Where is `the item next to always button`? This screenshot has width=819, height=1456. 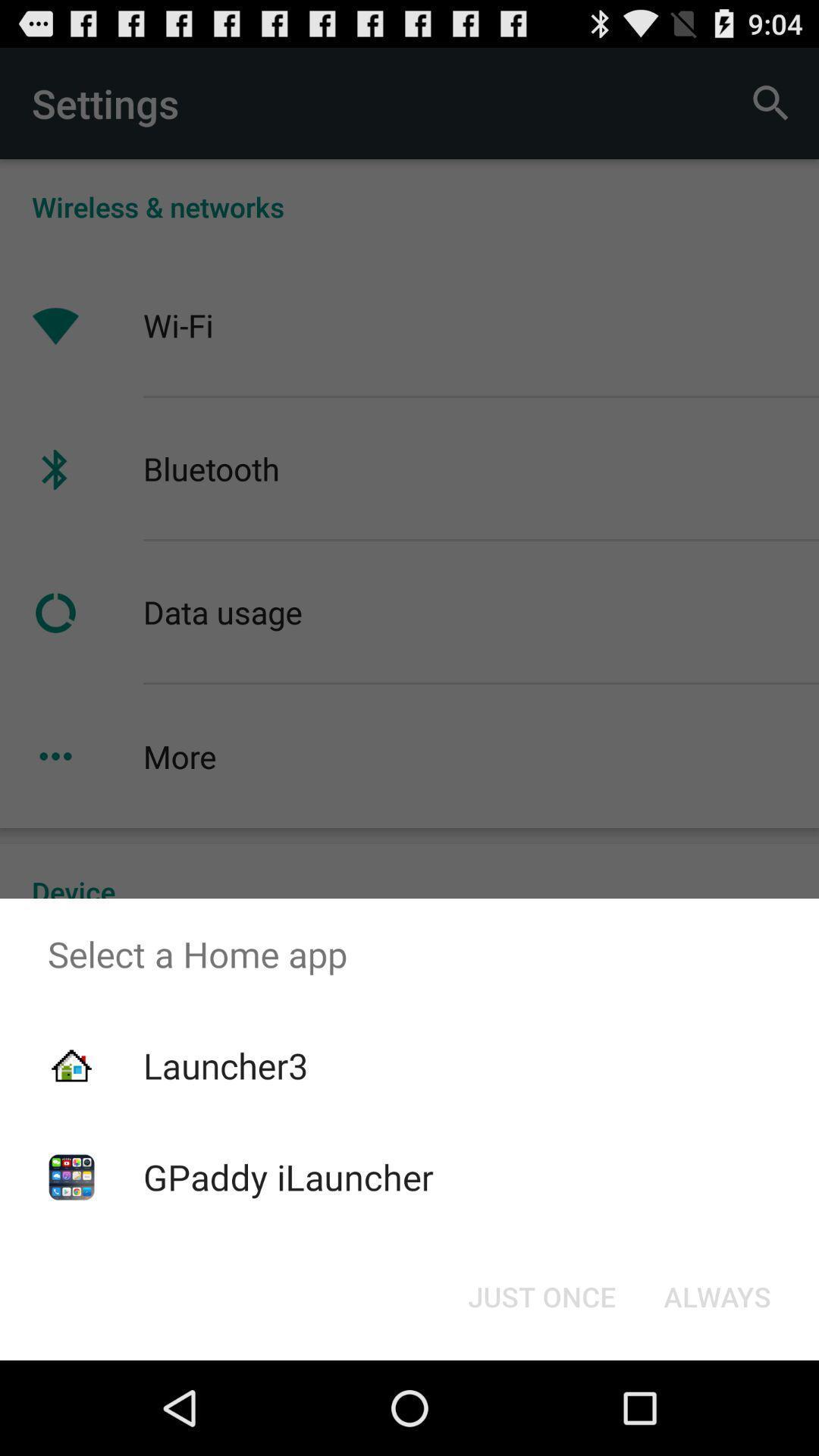 the item next to always button is located at coordinates (541, 1295).